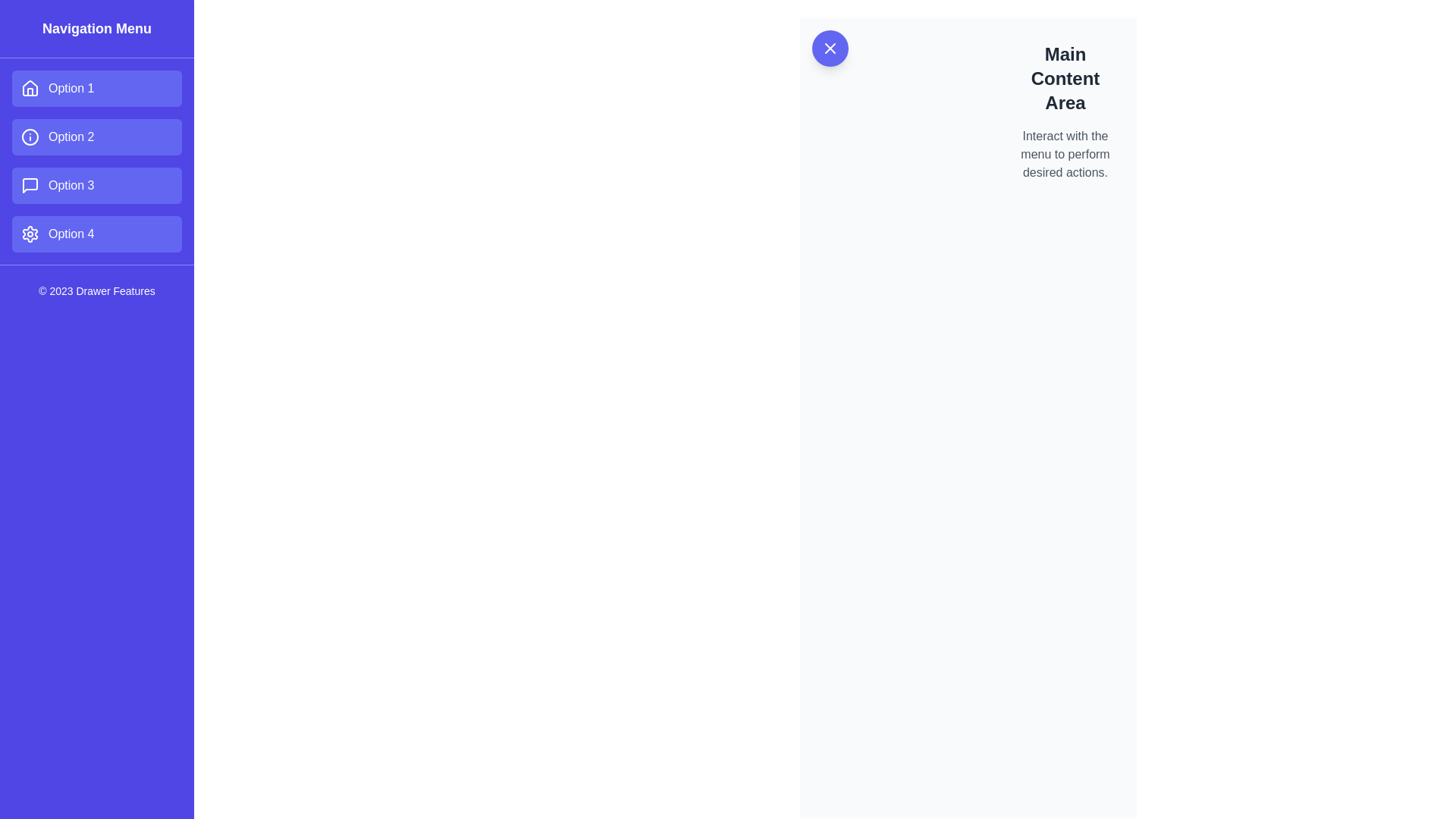 This screenshot has height=819, width=1456. Describe the element at coordinates (96, 137) in the screenshot. I see `the navigation button labeled 'Option 2' located in the vertical menu` at that location.